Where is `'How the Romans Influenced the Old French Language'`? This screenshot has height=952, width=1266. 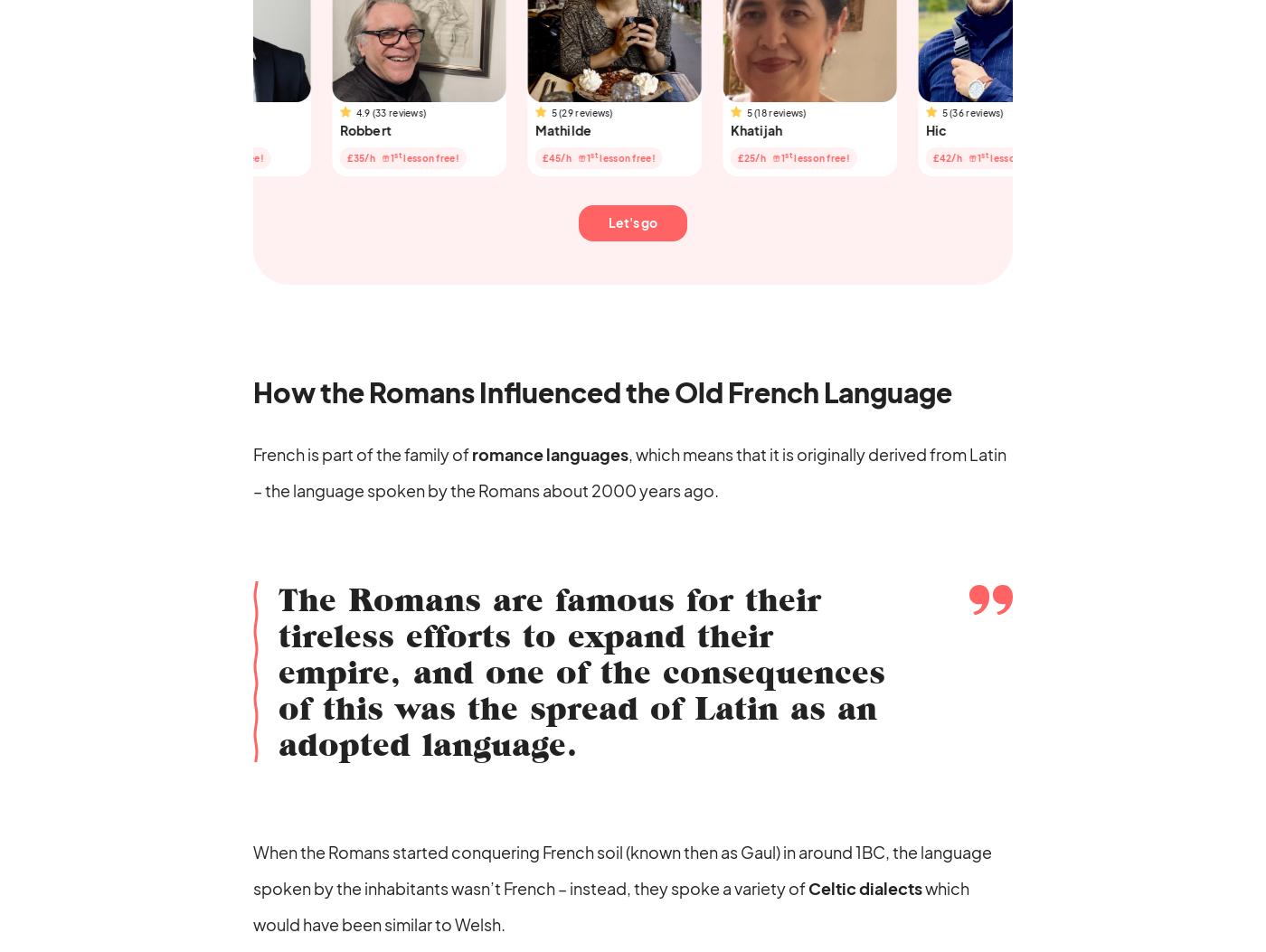 'How the Romans Influenced the Old French Language' is located at coordinates (602, 390).